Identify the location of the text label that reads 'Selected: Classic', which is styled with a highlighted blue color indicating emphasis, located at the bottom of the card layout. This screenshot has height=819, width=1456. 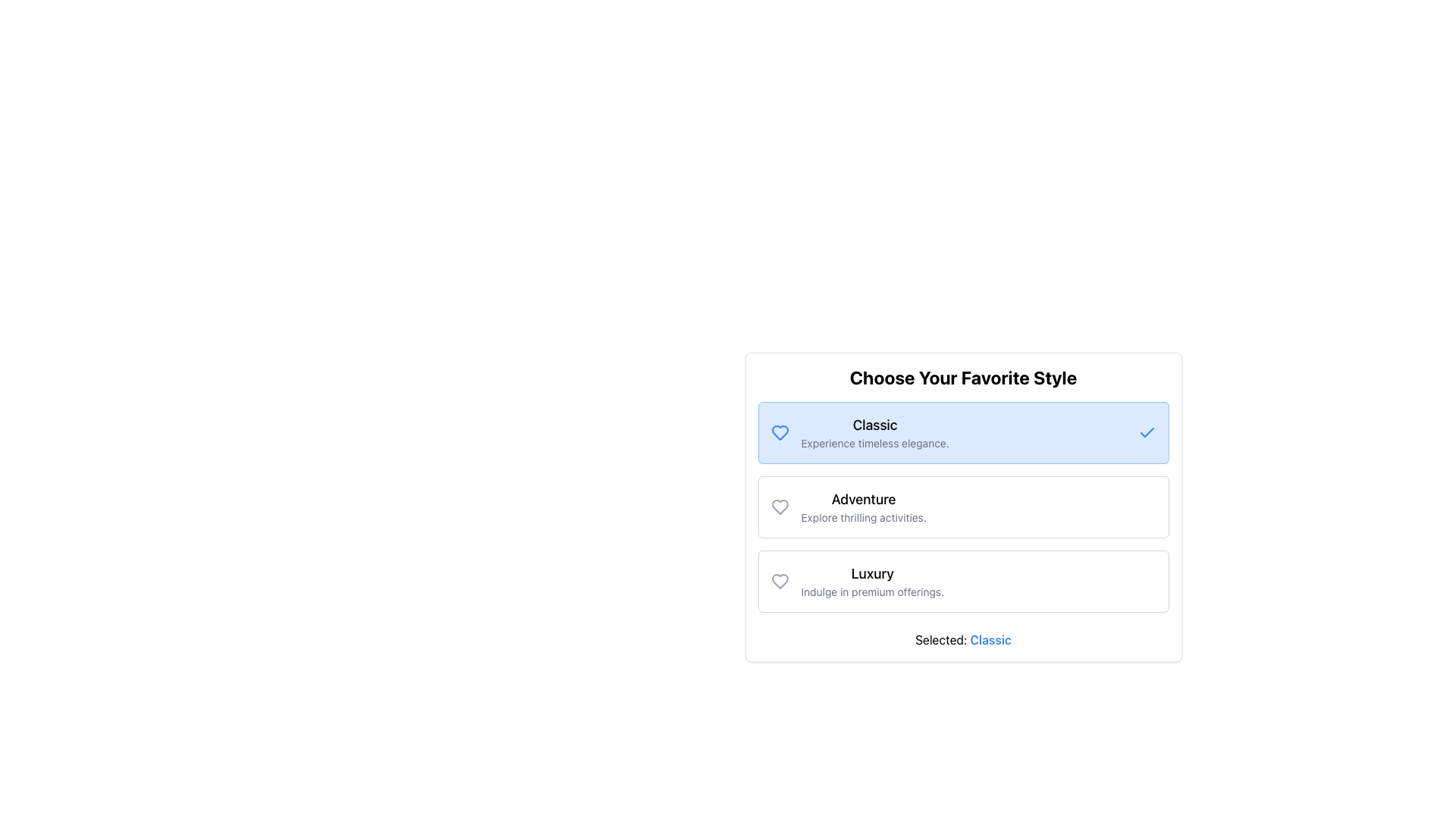
(962, 640).